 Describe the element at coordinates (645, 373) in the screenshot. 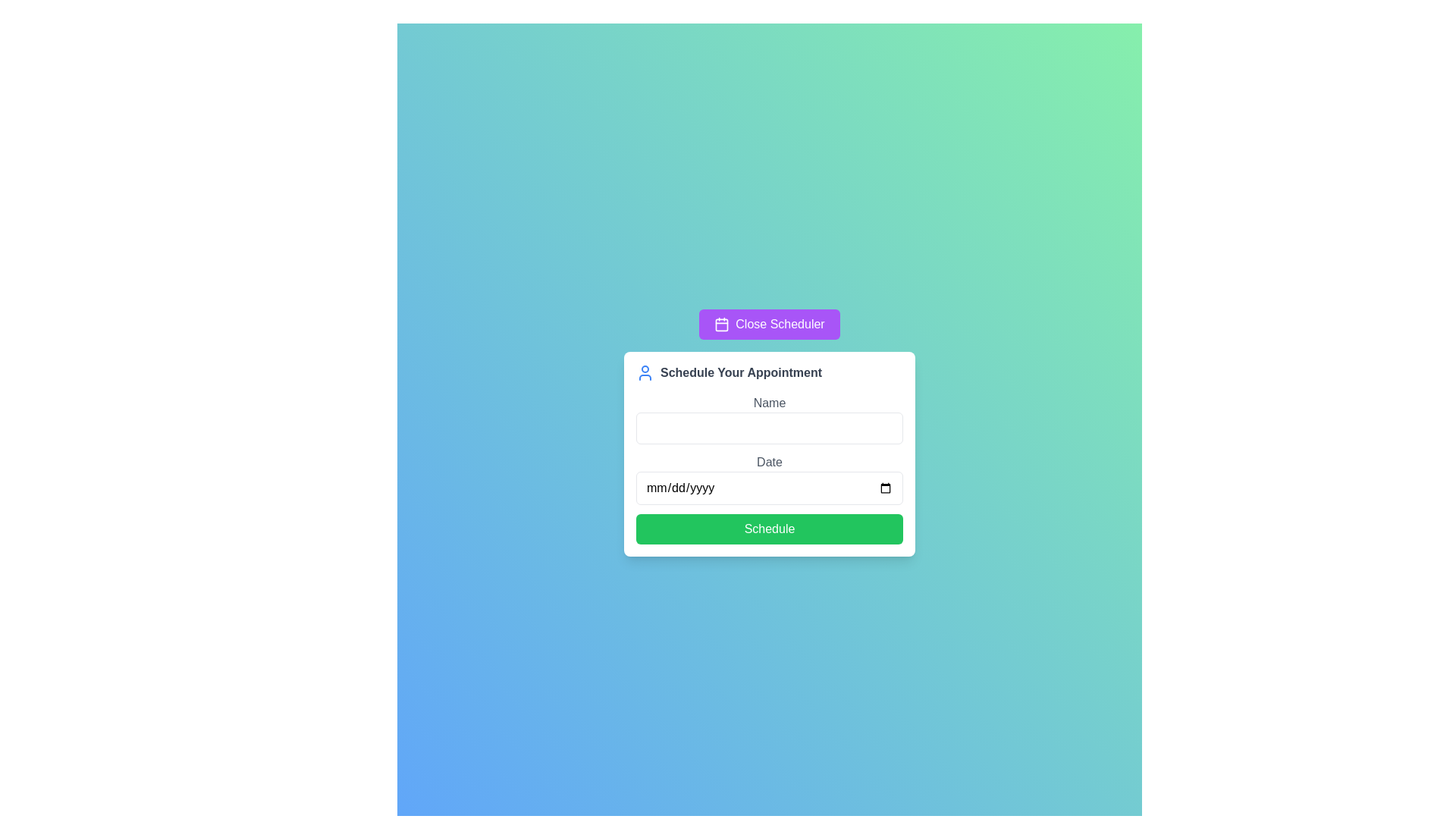

I see `the user-icon-shaped graphic with a blue outline located in the top-left corner of the scheduling card, immediately to the left of the text 'Schedule Your Appointment'` at that location.